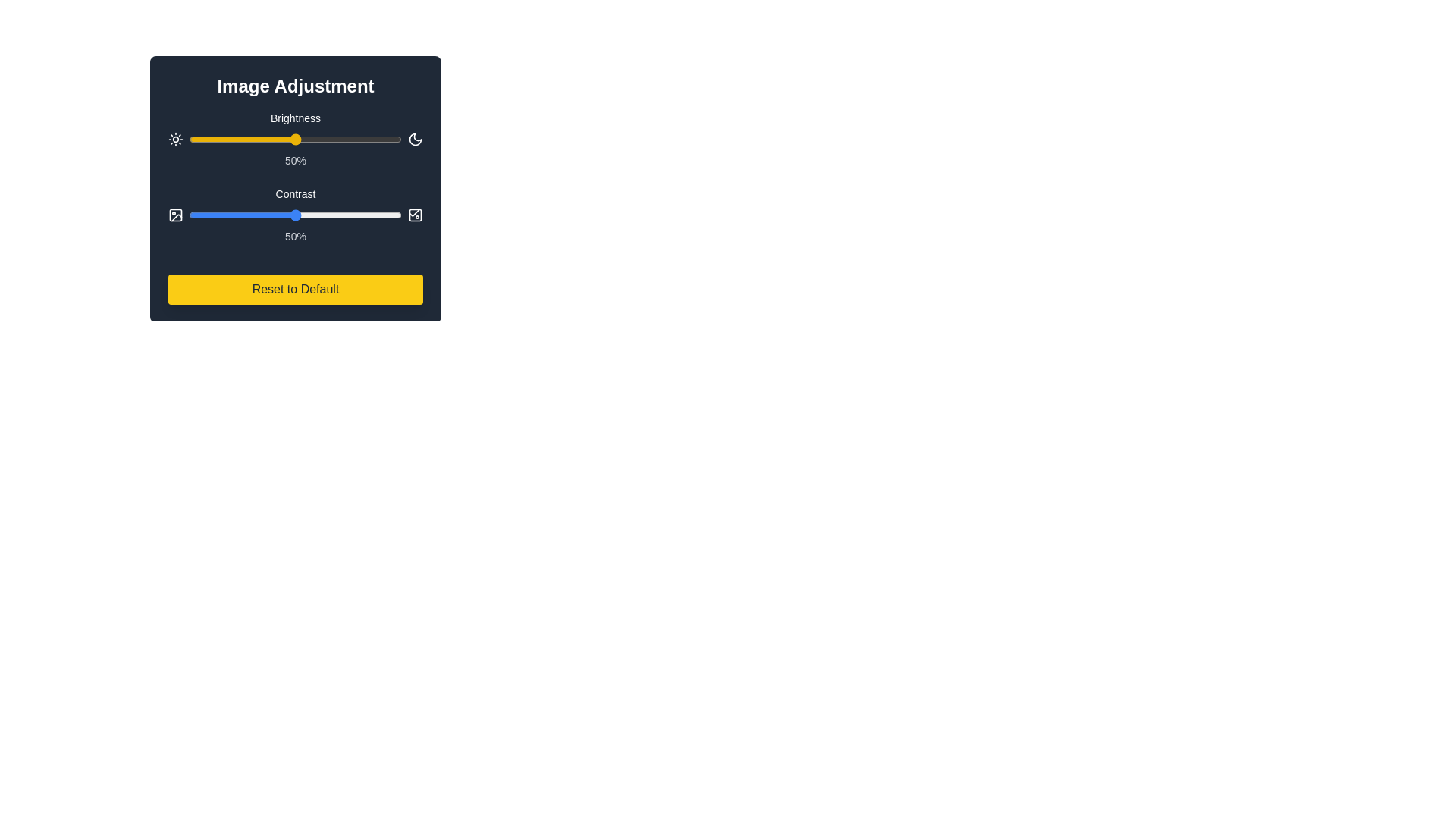  Describe the element at coordinates (262, 215) in the screenshot. I see `the contrast level` at that location.